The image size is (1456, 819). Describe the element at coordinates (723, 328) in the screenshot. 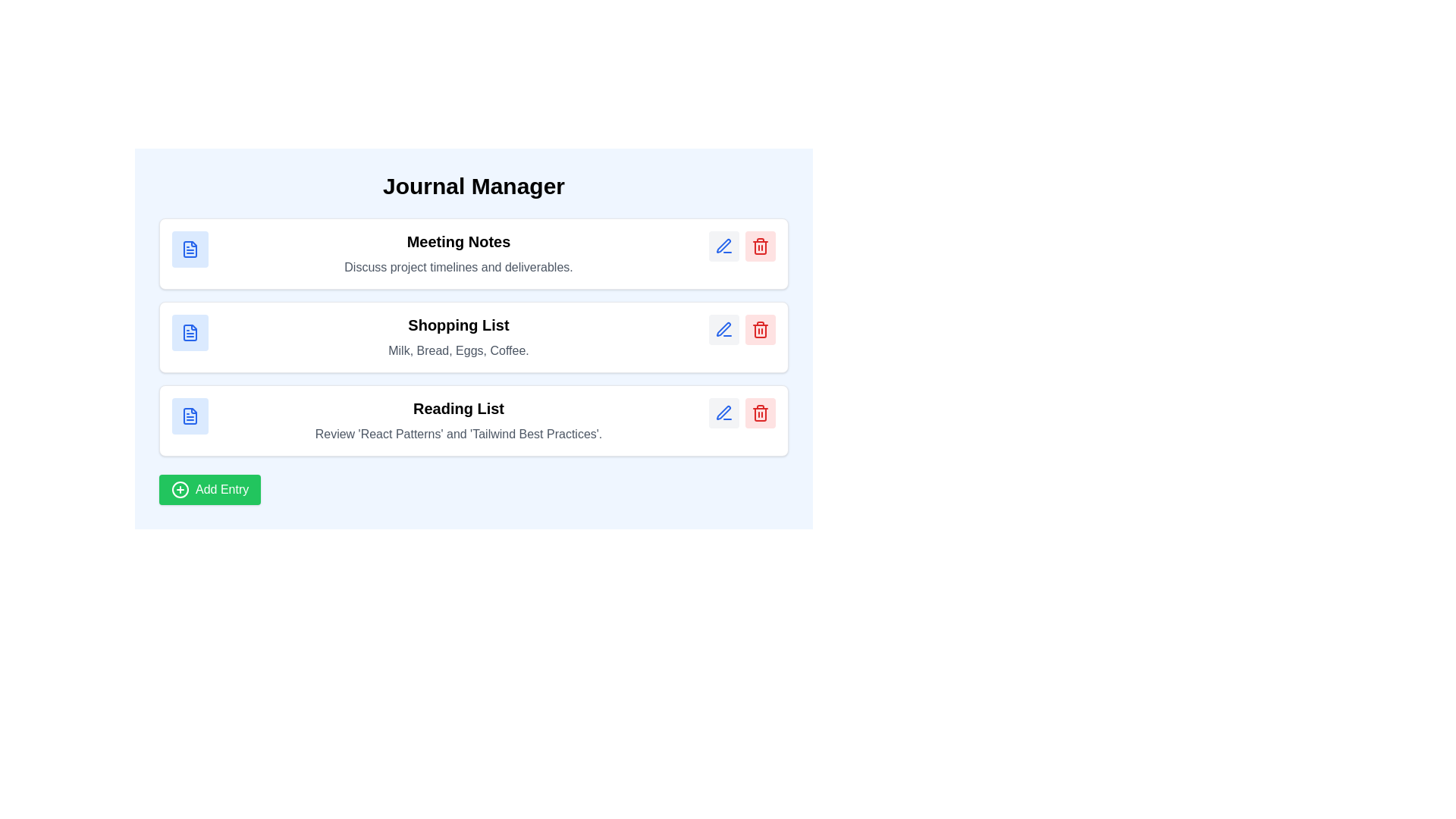

I see `the pen-shaped icon with a blue stroke color in the 'Shopping List' card to initiate editing` at that location.